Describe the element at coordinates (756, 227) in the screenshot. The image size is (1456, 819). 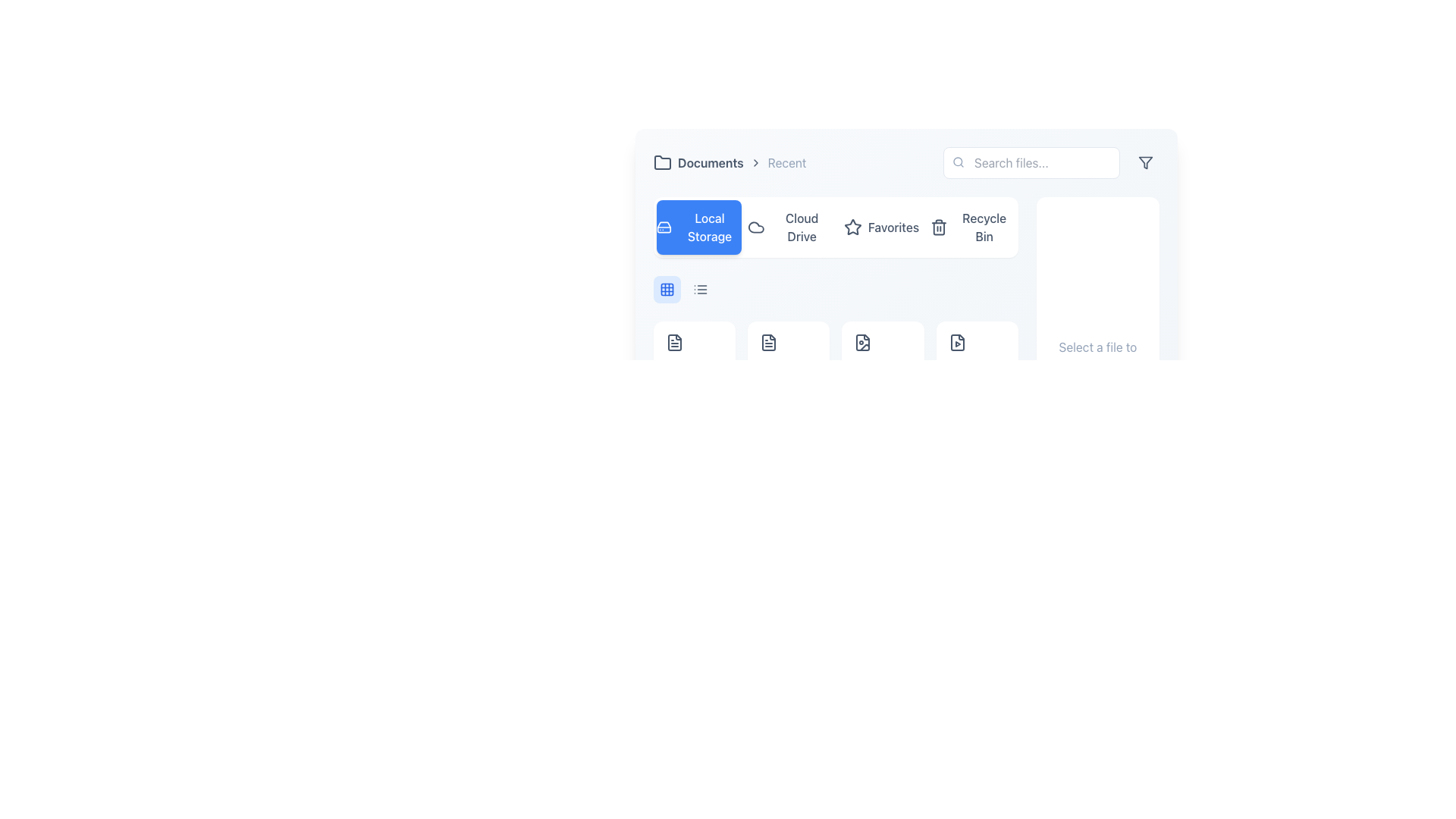
I see `the cloud-shaped icon in the navigation set located at the upper section of the interface, which is the second icon after the 'Local Storage' disk icon` at that location.